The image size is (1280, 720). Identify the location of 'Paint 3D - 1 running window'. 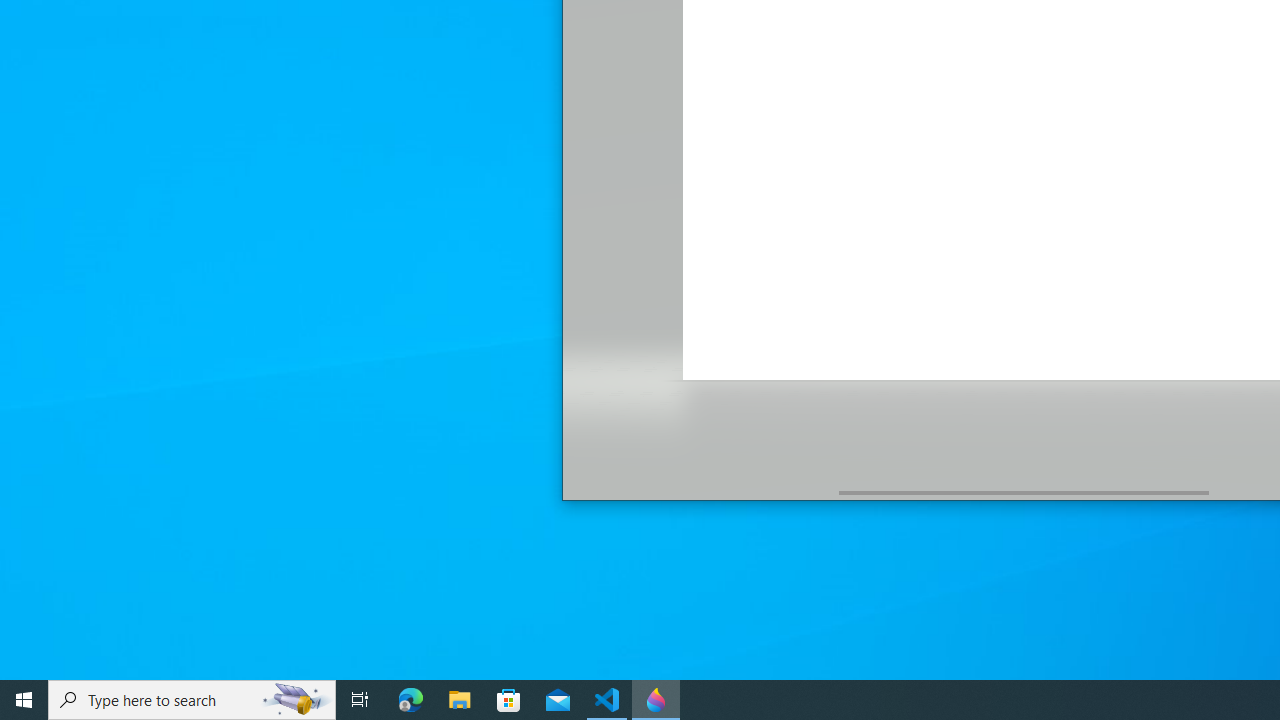
(656, 698).